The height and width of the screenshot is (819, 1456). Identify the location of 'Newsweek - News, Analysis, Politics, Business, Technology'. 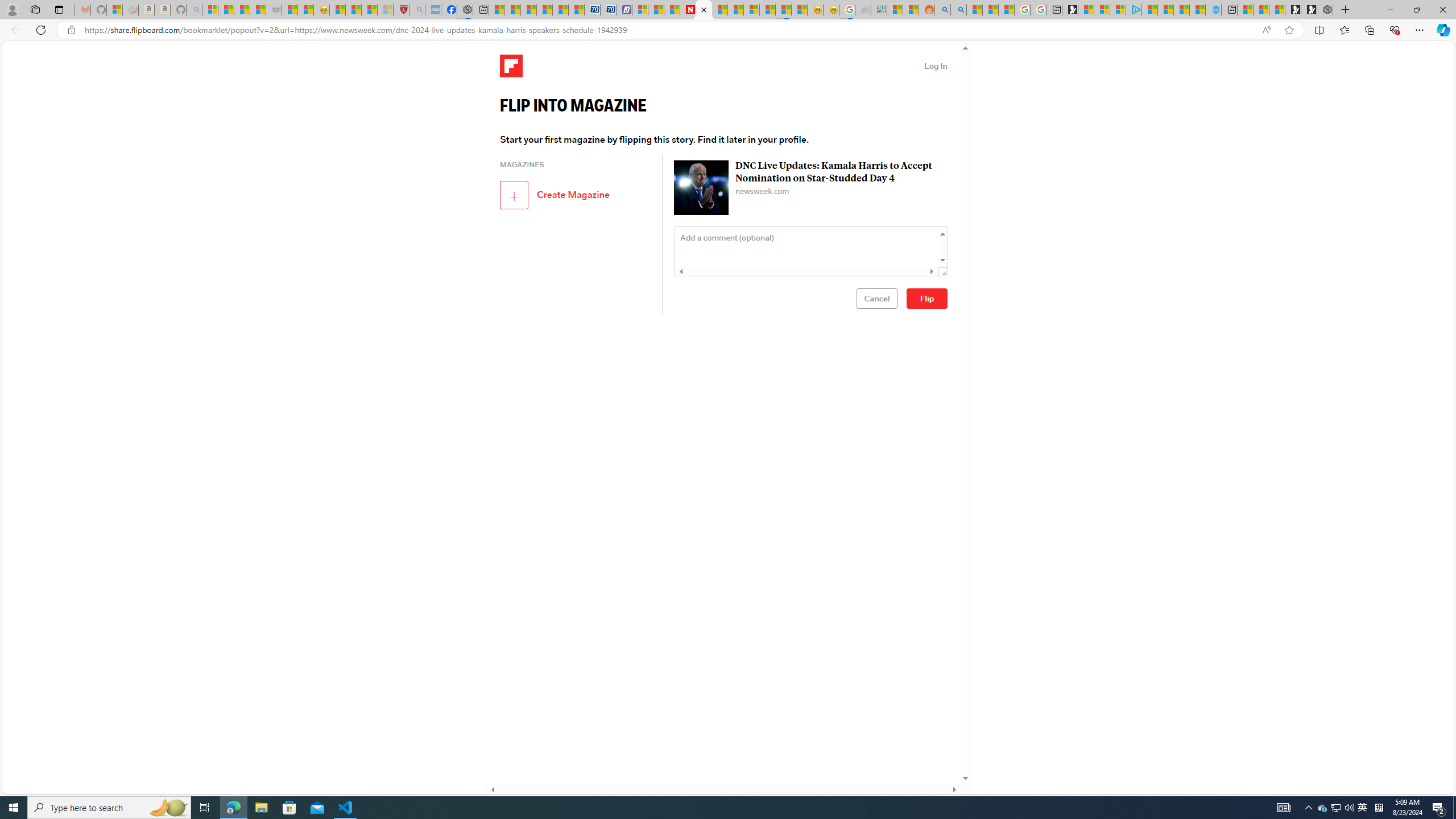
(687, 9).